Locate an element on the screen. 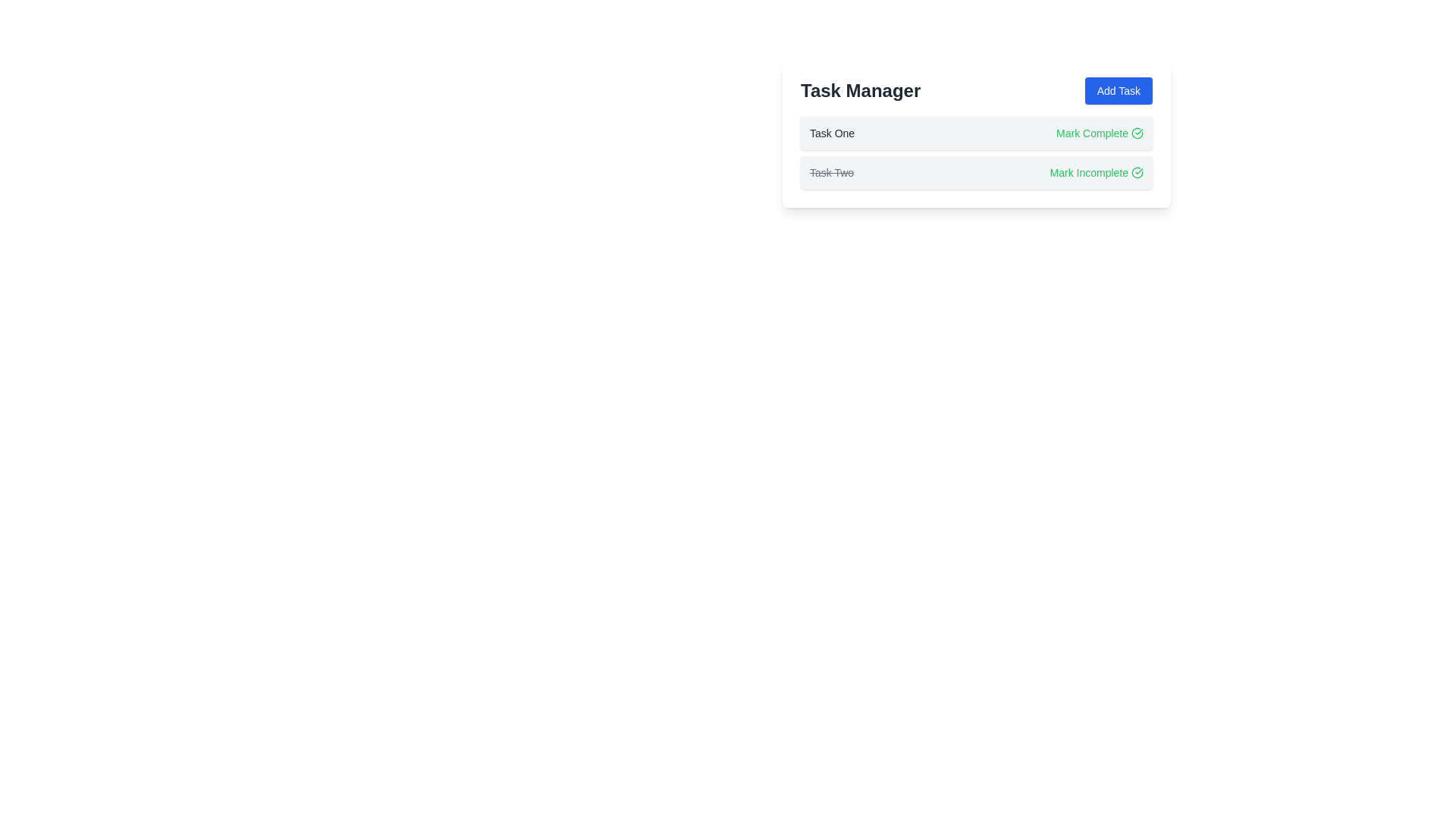 The width and height of the screenshot is (1456, 819). the small circular icon with a green border and a check mark inside, located to the right of the 'Mark Complete' text in the row labeled 'Task One', to mark the task as complete is located at coordinates (1137, 133).